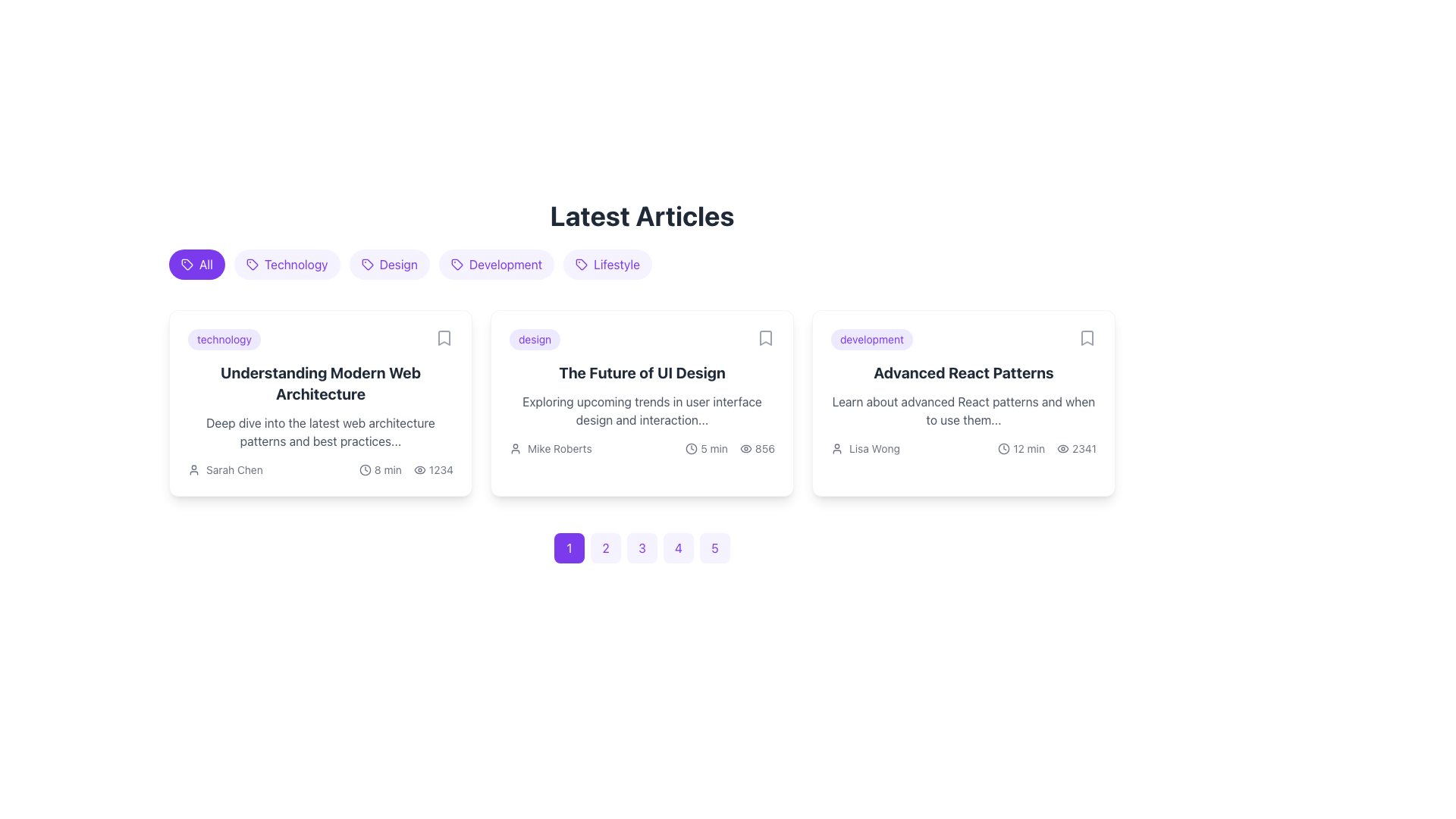  Describe the element at coordinates (456, 263) in the screenshot. I see `the 'Development' category icon located under the 'Latest Articles' heading` at that location.